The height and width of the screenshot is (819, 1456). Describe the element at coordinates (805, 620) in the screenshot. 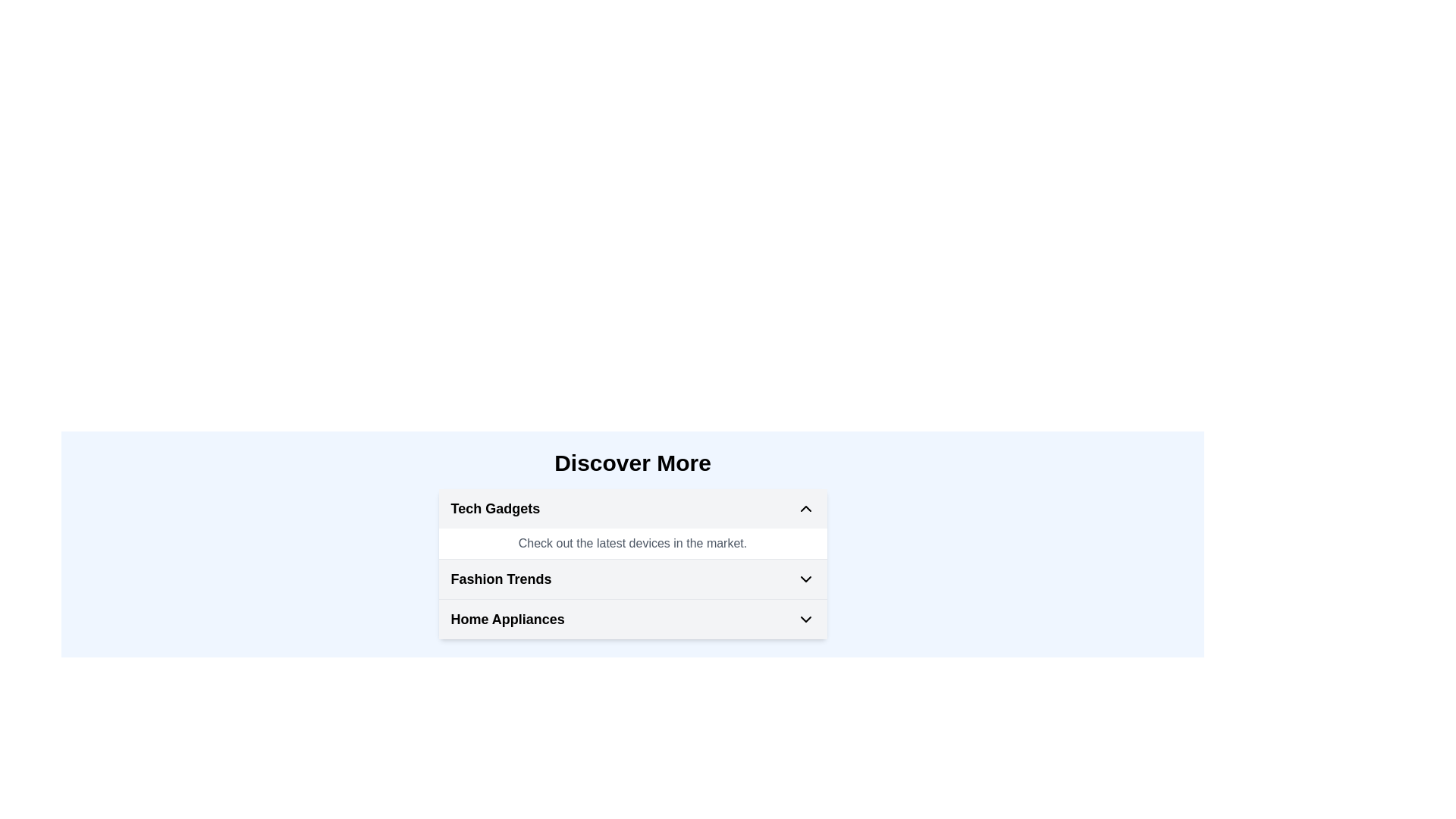

I see `the keyboard accessibility on the dropdown toggle indicator icon located at the rightmost end of the 'Home Appliances' section` at that location.